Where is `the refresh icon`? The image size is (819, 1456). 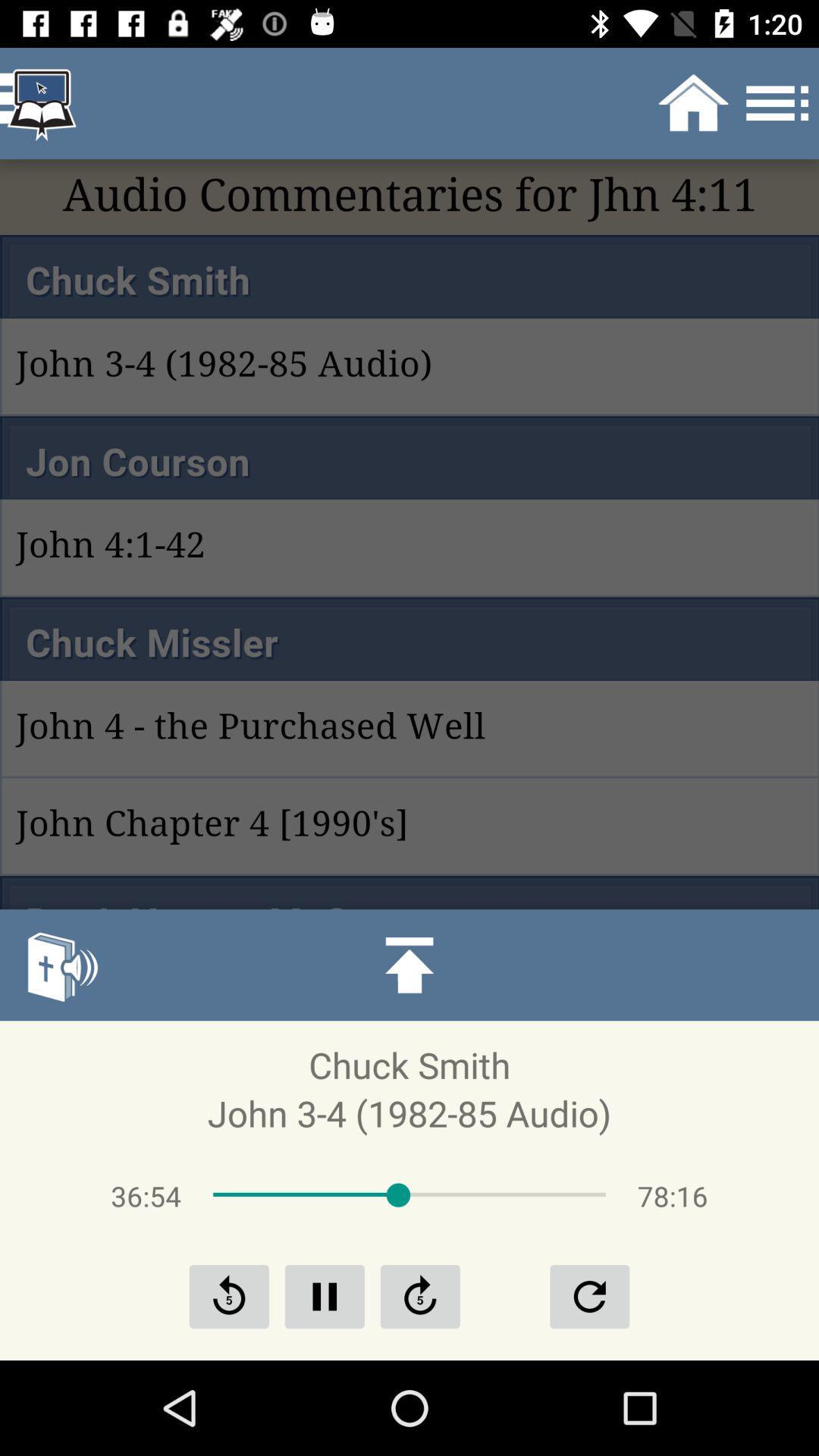
the refresh icon is located at coordinates (588, 1295).